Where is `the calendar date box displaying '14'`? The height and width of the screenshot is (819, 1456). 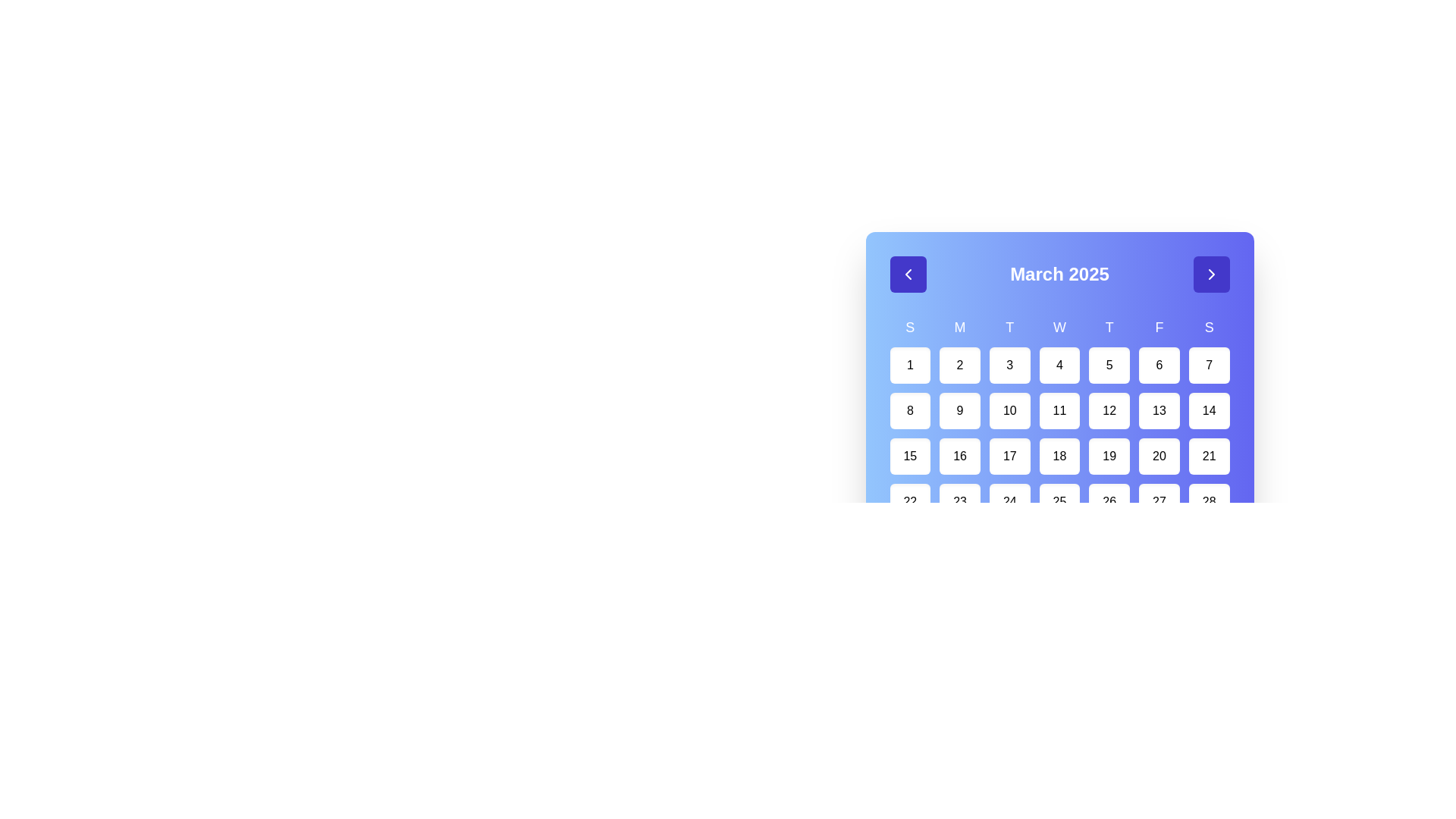 the calendar date box displaying '14' is located at coordinates (1208, 411).